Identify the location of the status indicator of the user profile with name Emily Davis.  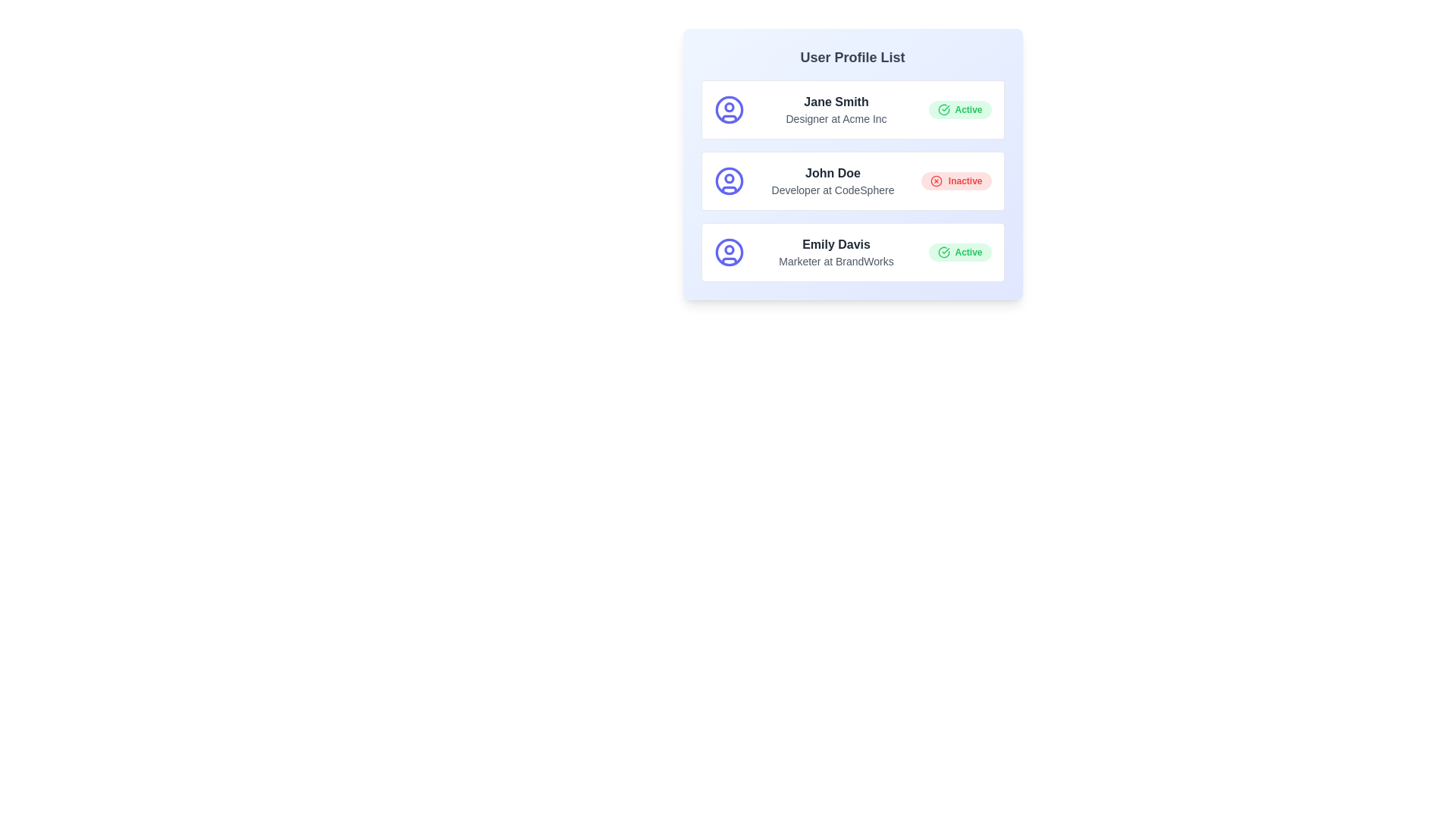
(959, 251).